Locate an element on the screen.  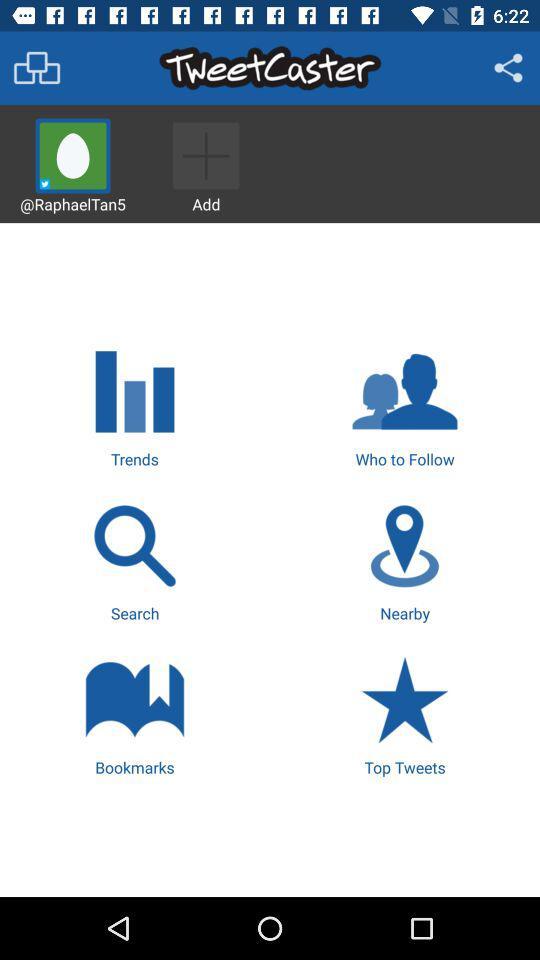
the item at the top right corner is located at coordinates (508, 68).